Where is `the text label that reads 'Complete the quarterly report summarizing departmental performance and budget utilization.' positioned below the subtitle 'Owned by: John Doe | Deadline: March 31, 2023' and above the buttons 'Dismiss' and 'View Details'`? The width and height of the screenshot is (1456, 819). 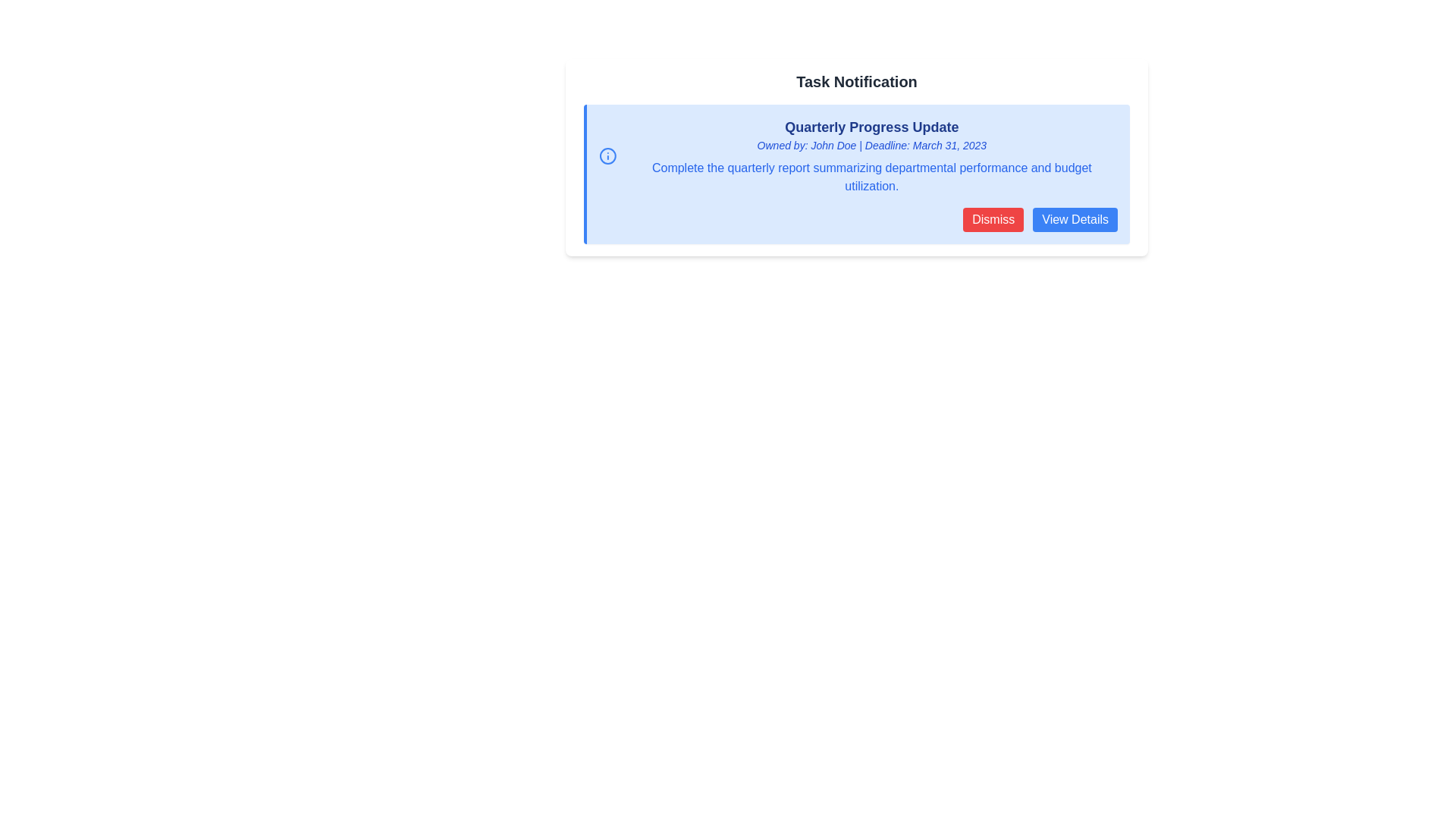 the text label that reads 'Complete the quarterly report summarizing departmental performance and budget utilization.' positioned below the subtitle 'Owned by: John Doe | Deadline: March 31, 2023' and above the buttons 'Dismiss' and 'View Details' is located at coordinates (871, 177).